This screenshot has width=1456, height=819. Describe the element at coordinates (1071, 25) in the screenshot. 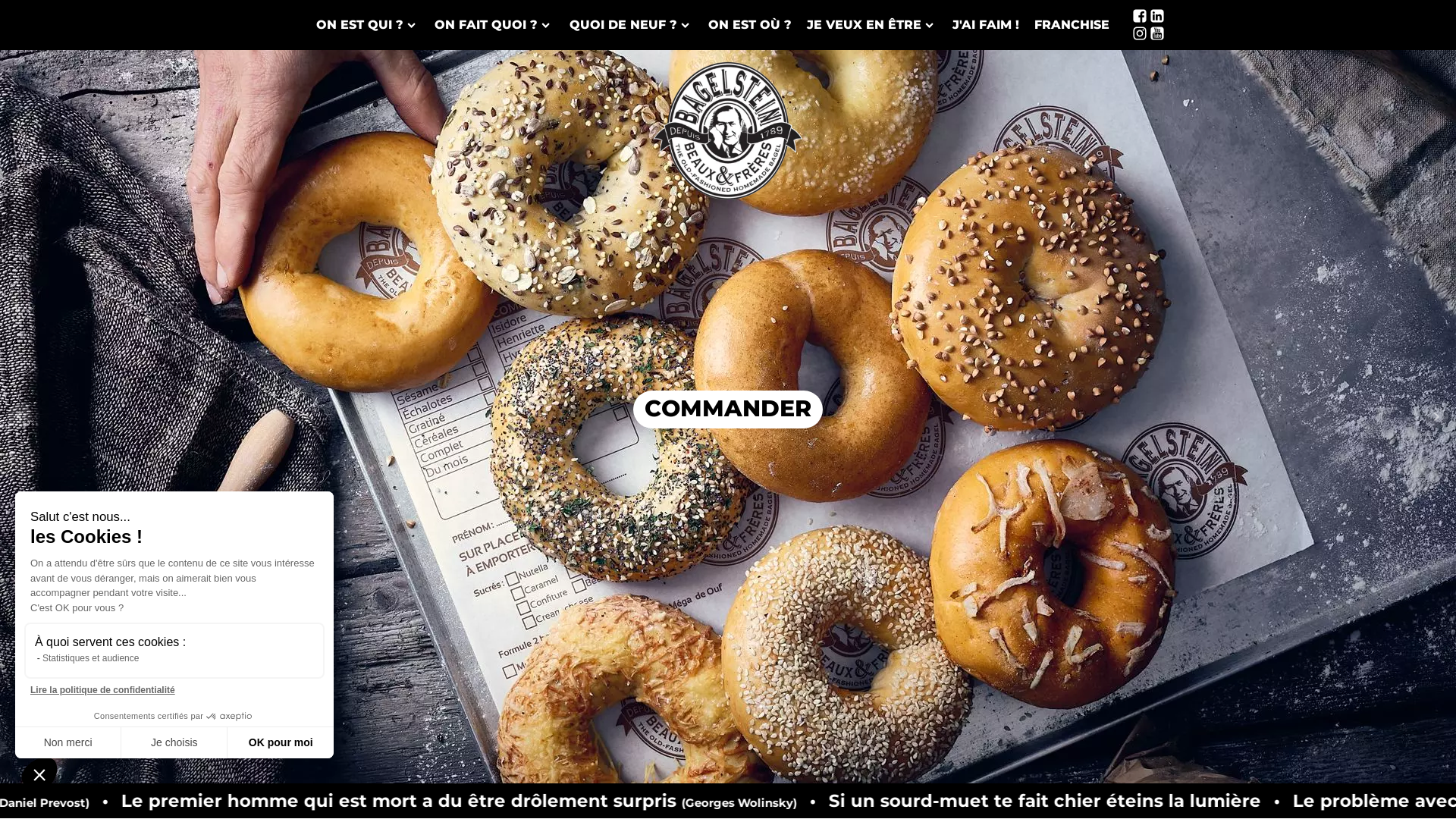

I see `'FRANCHISE'` at that location.